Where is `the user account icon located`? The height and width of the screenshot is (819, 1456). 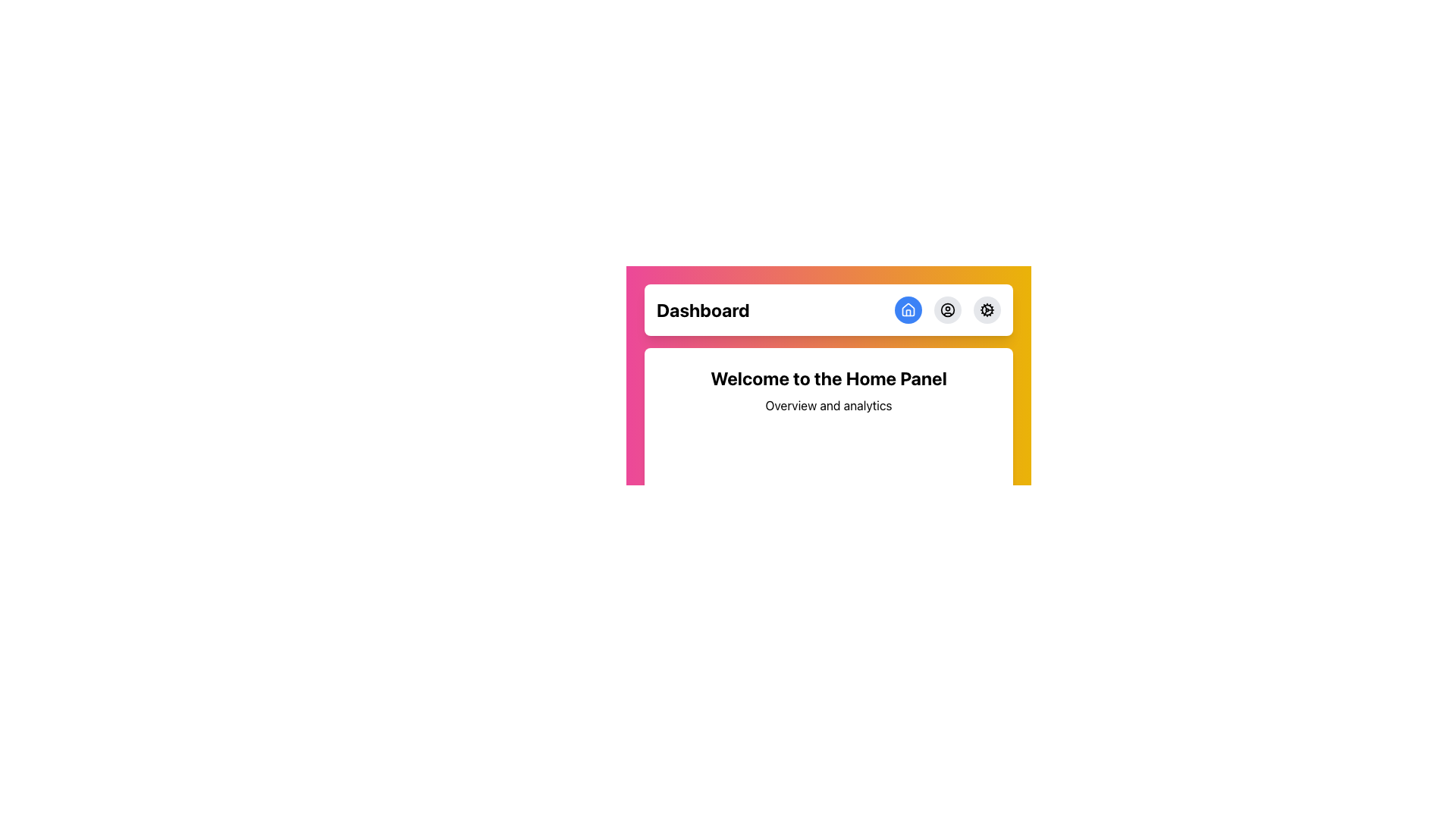 the user account icon located is located at coordinates (946, 309).